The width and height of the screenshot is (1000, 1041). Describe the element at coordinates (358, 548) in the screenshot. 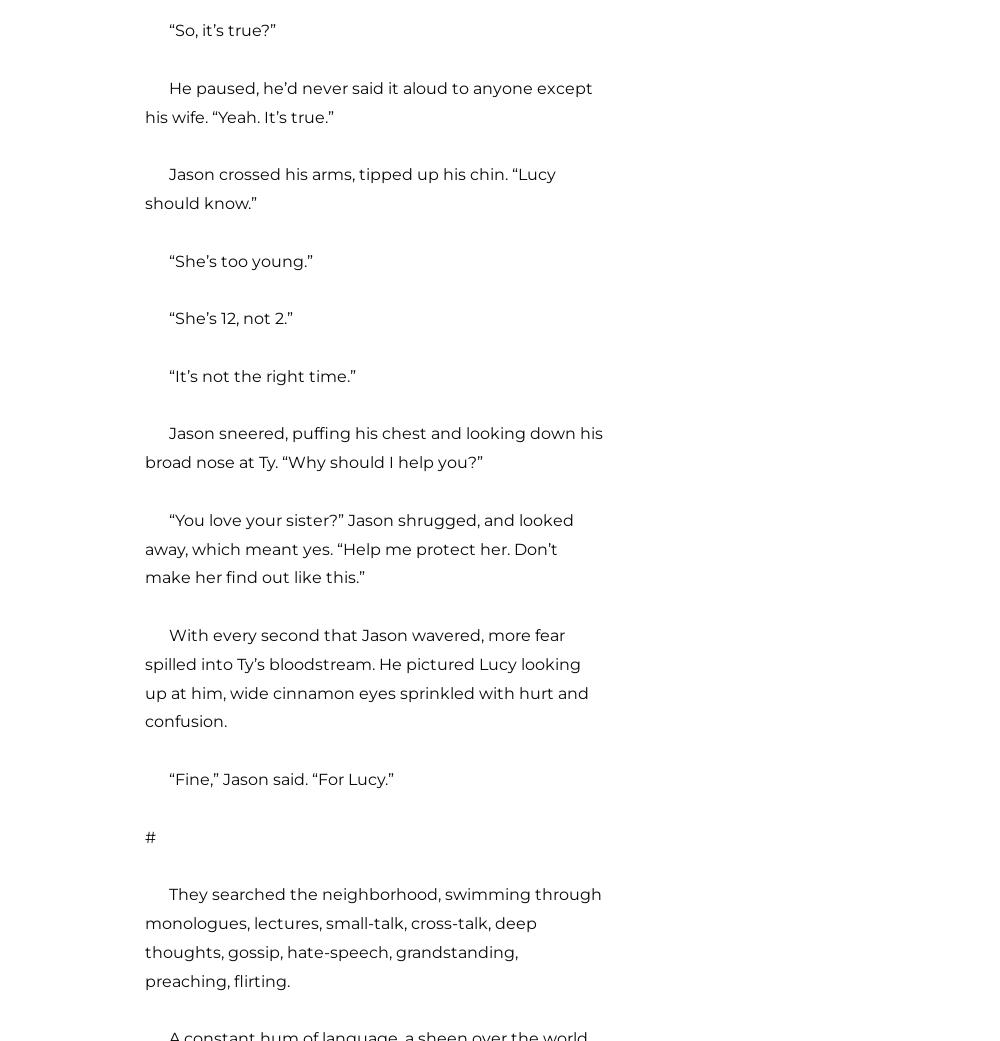

I see `'“You love your sister?” Jason shrugged, and looked away, which meant yes. “Help me protect her. Don’t make her find out like this.”'` at that location.